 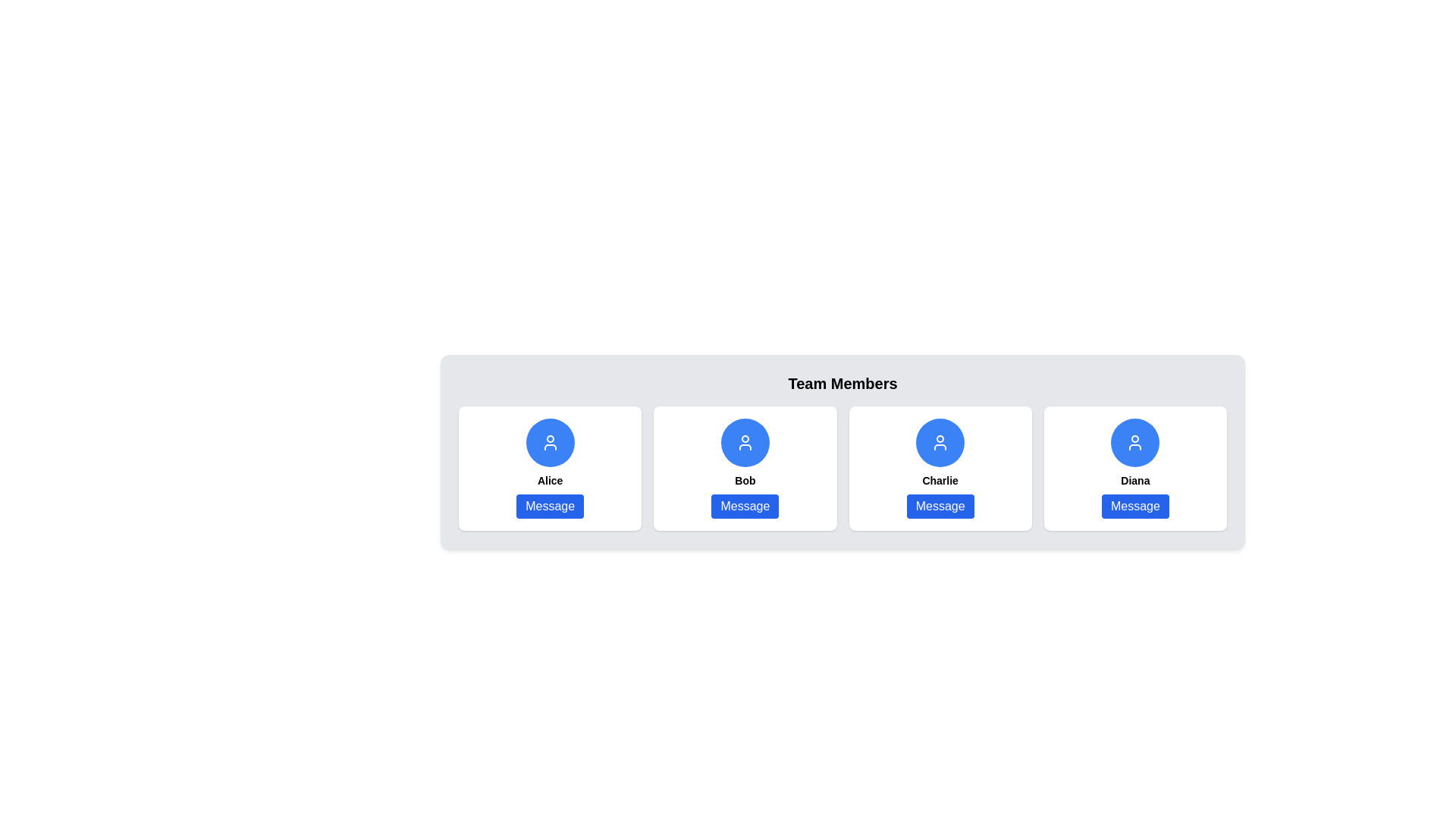 I want to click on the user profile icon button representing 'Bob' located at the top center of the card with a 'Message' button, so click(x=745, y=442).